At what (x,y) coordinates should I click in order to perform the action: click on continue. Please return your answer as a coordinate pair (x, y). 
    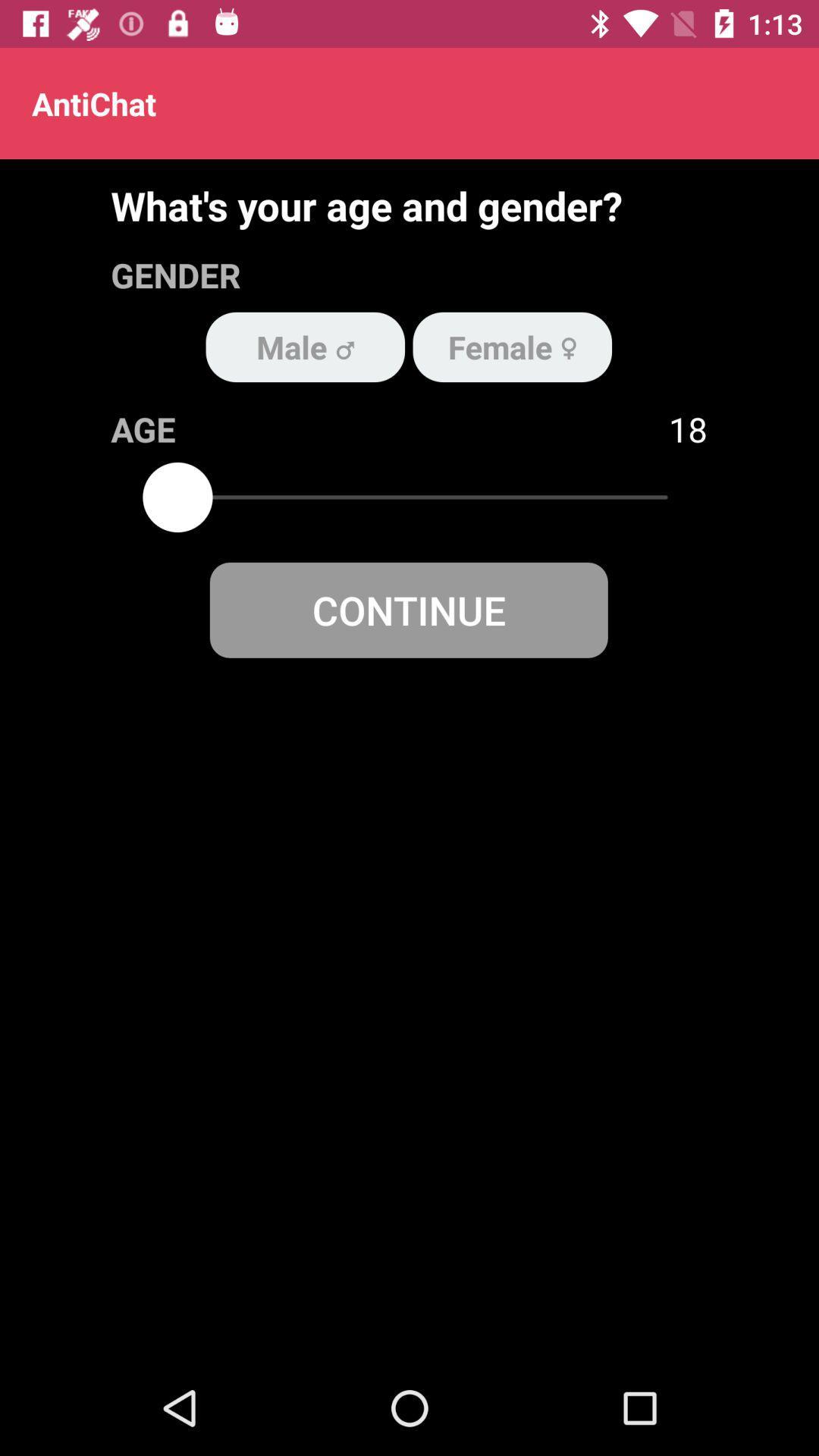
    Looking at the image, I should click on (408, 610).